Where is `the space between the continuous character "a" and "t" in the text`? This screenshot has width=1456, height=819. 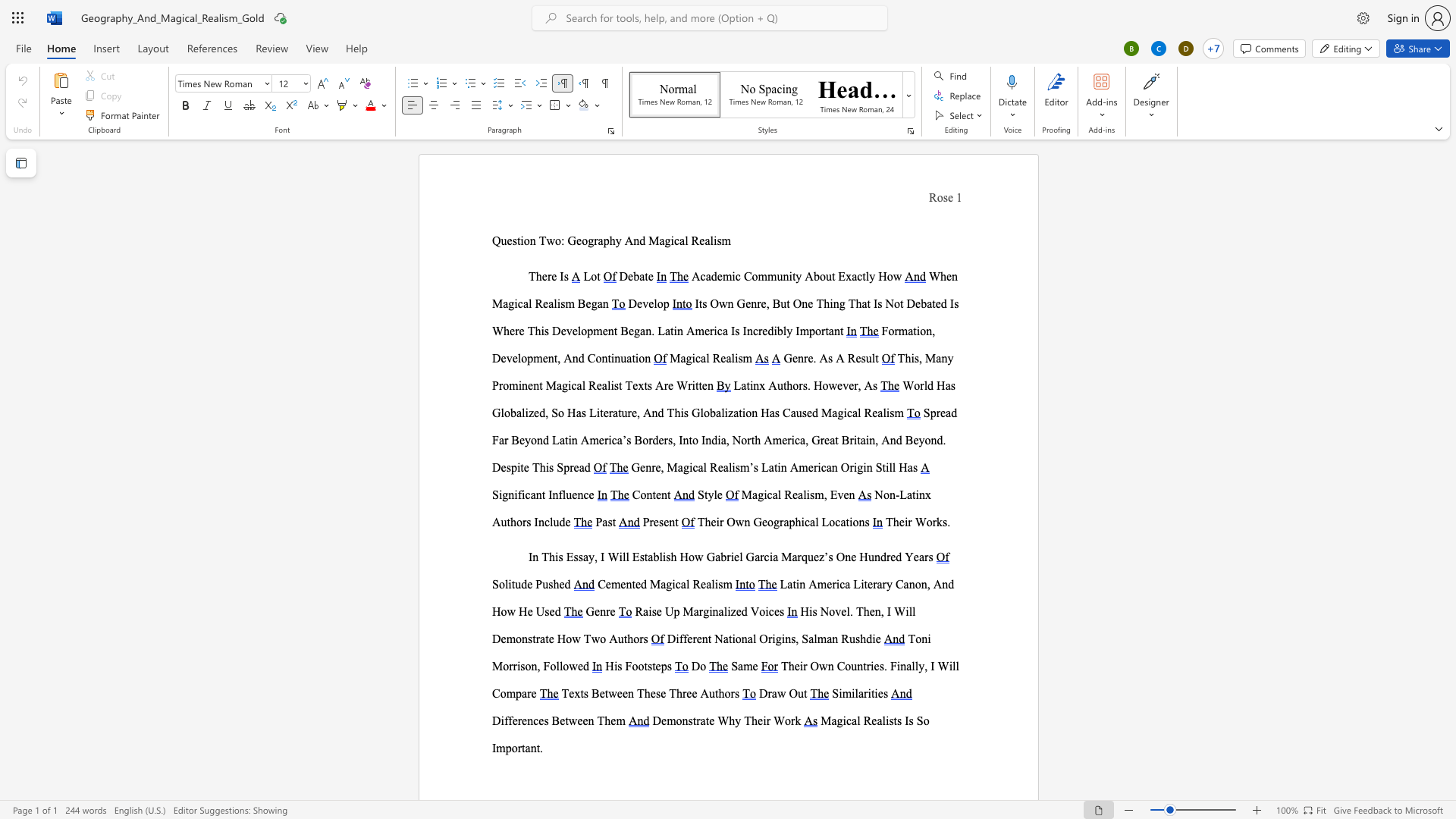
the space between the continuous character "a" and "t" in the text is located at coordinates (911, 494).